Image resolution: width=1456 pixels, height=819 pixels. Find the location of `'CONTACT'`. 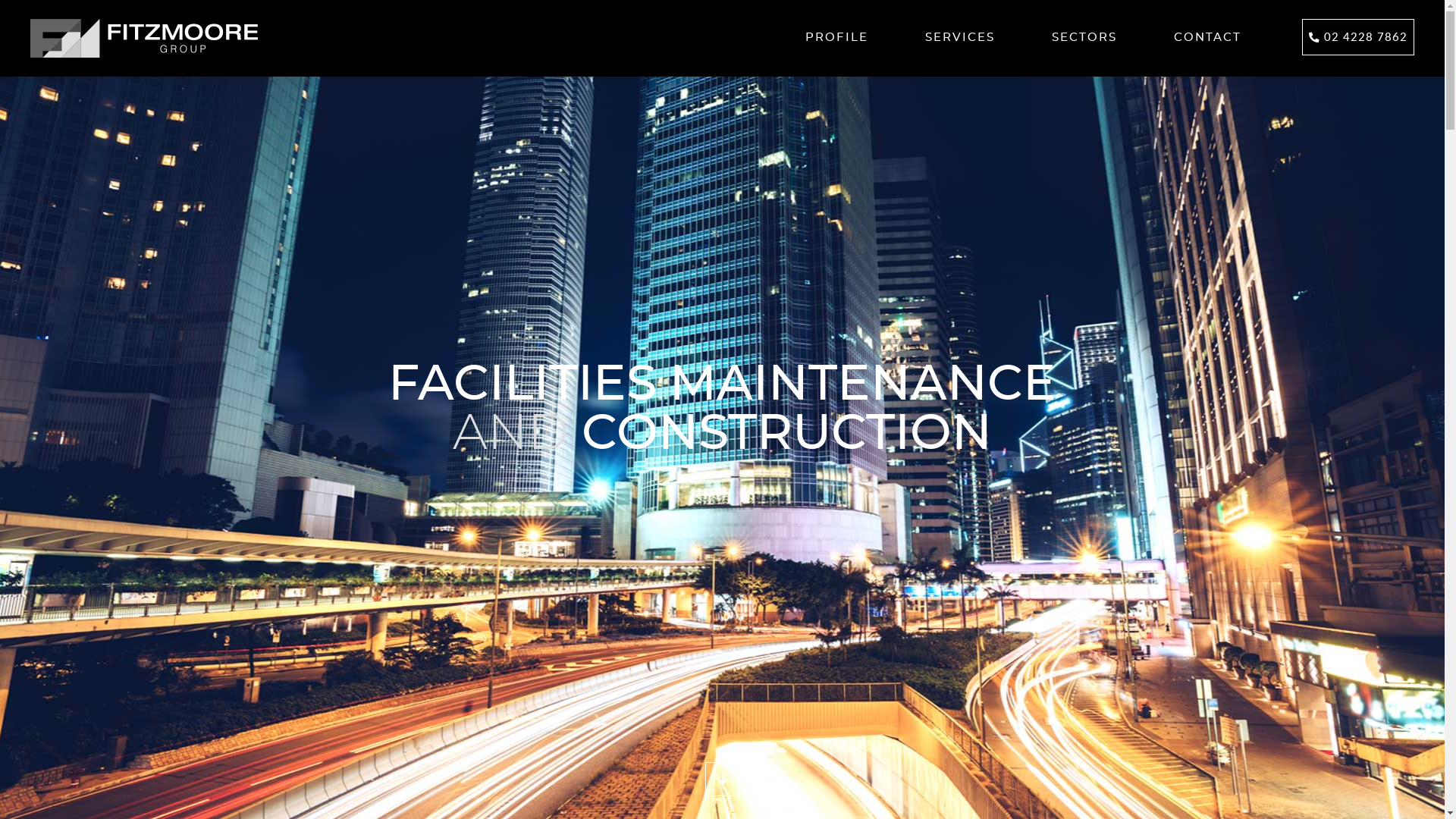

'CONTACT' is located at coordinates (1207, 36).